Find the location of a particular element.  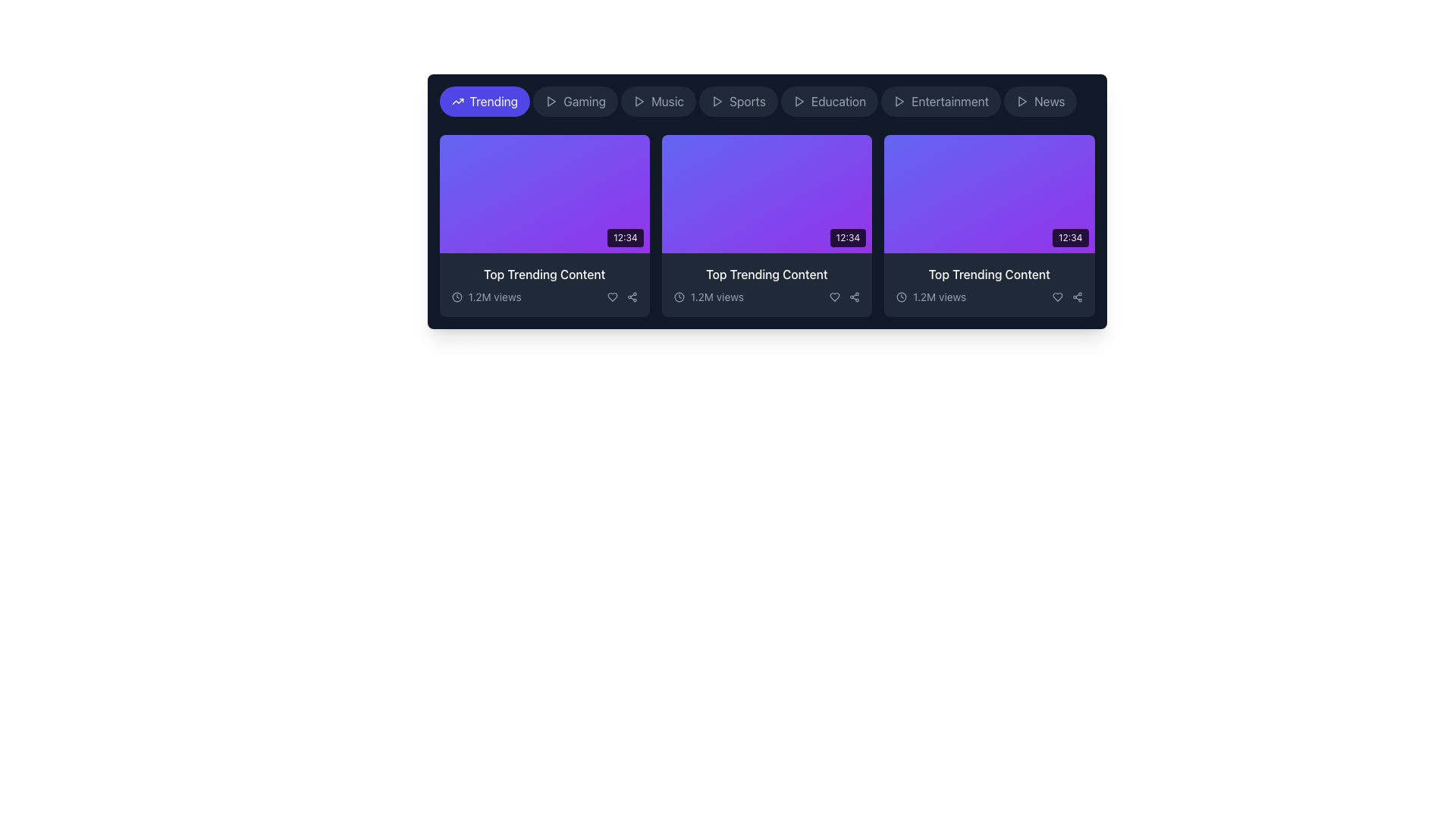

the decorative play icon located to the left of the 'Education' button in the horizontal menu bar is located at coordinates (799, 102).